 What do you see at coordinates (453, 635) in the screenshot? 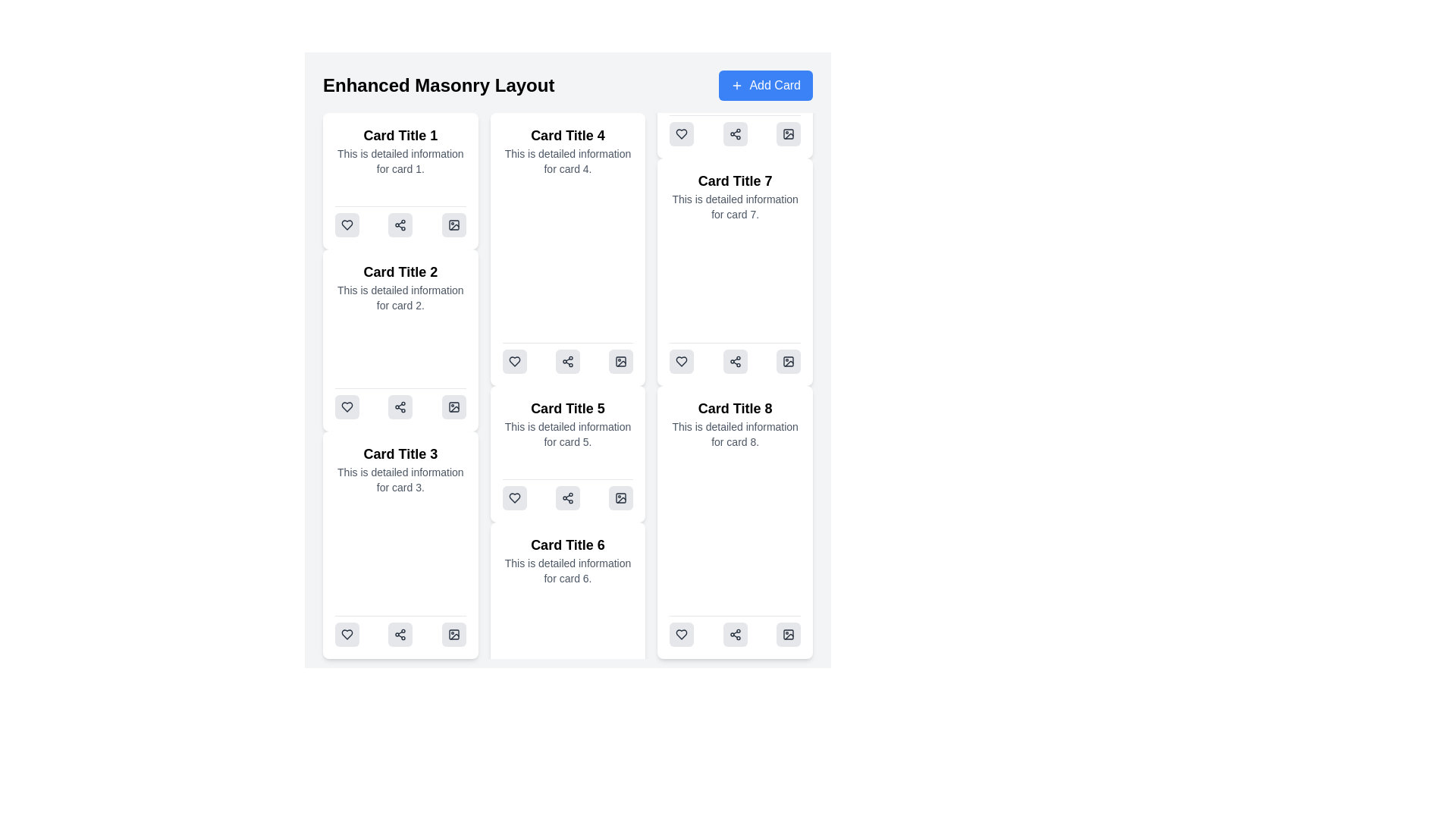
I see `the rightmost button located in the bottom control section of the card labeled 'Card Title 3'` at bounding box center [453, 635].